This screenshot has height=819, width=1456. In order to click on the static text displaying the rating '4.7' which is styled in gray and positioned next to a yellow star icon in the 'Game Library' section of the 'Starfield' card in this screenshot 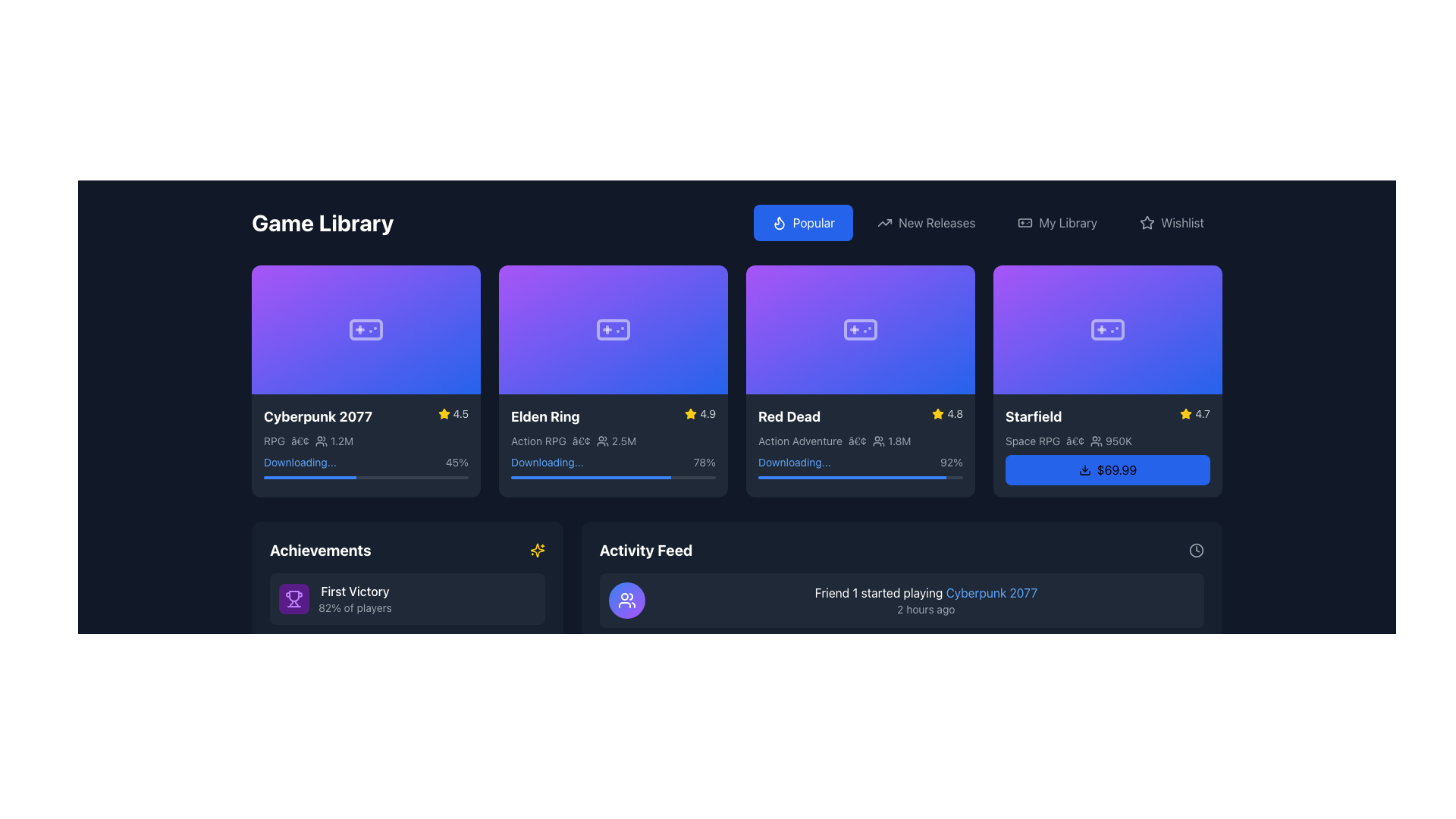, I will do `click(1202, 413)`.